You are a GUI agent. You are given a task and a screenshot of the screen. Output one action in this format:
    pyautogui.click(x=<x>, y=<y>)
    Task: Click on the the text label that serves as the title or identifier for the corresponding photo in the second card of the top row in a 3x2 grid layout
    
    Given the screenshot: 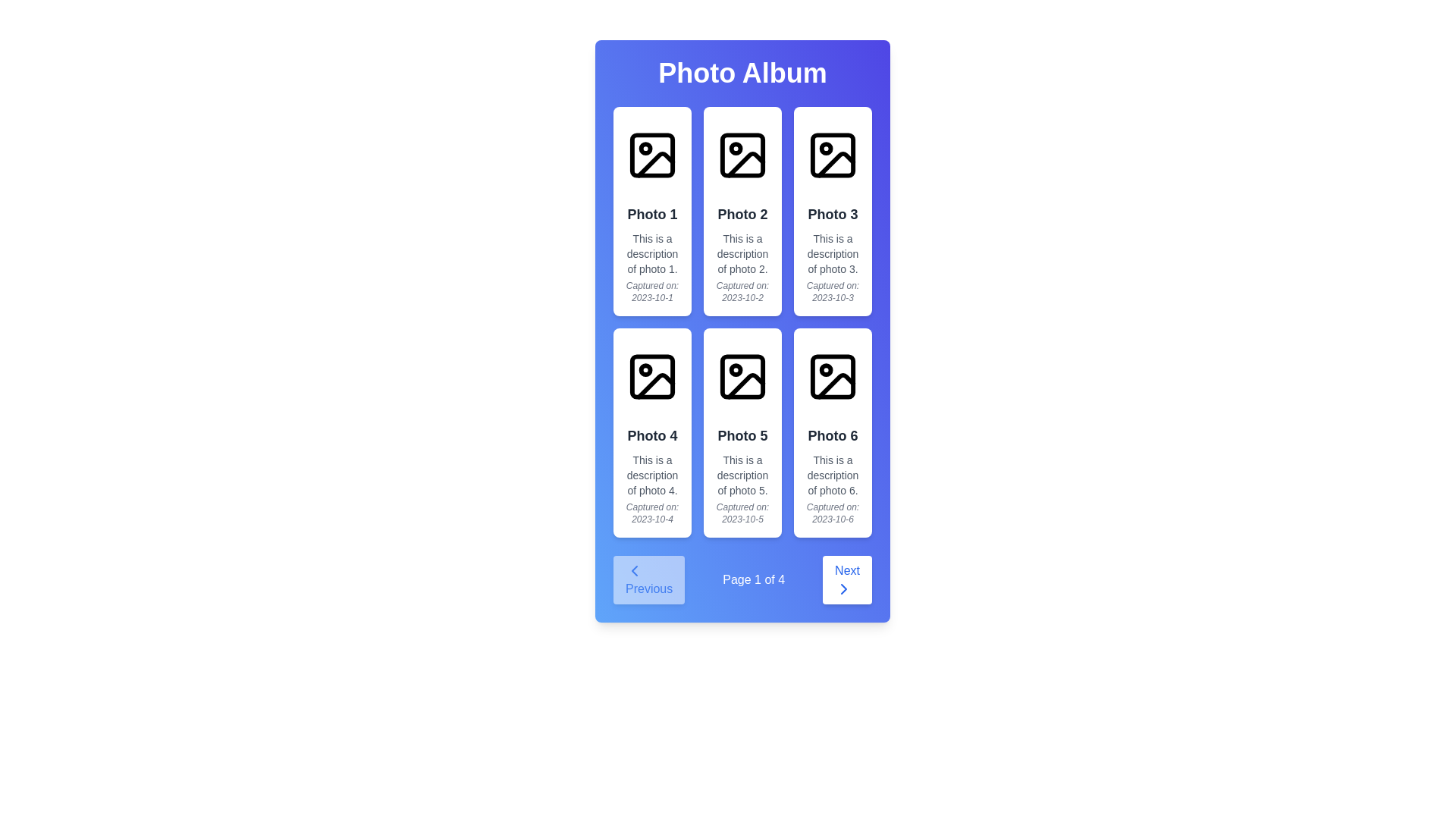 What is the action you would take?
    pyautogui.click(x=742, y=214)
    